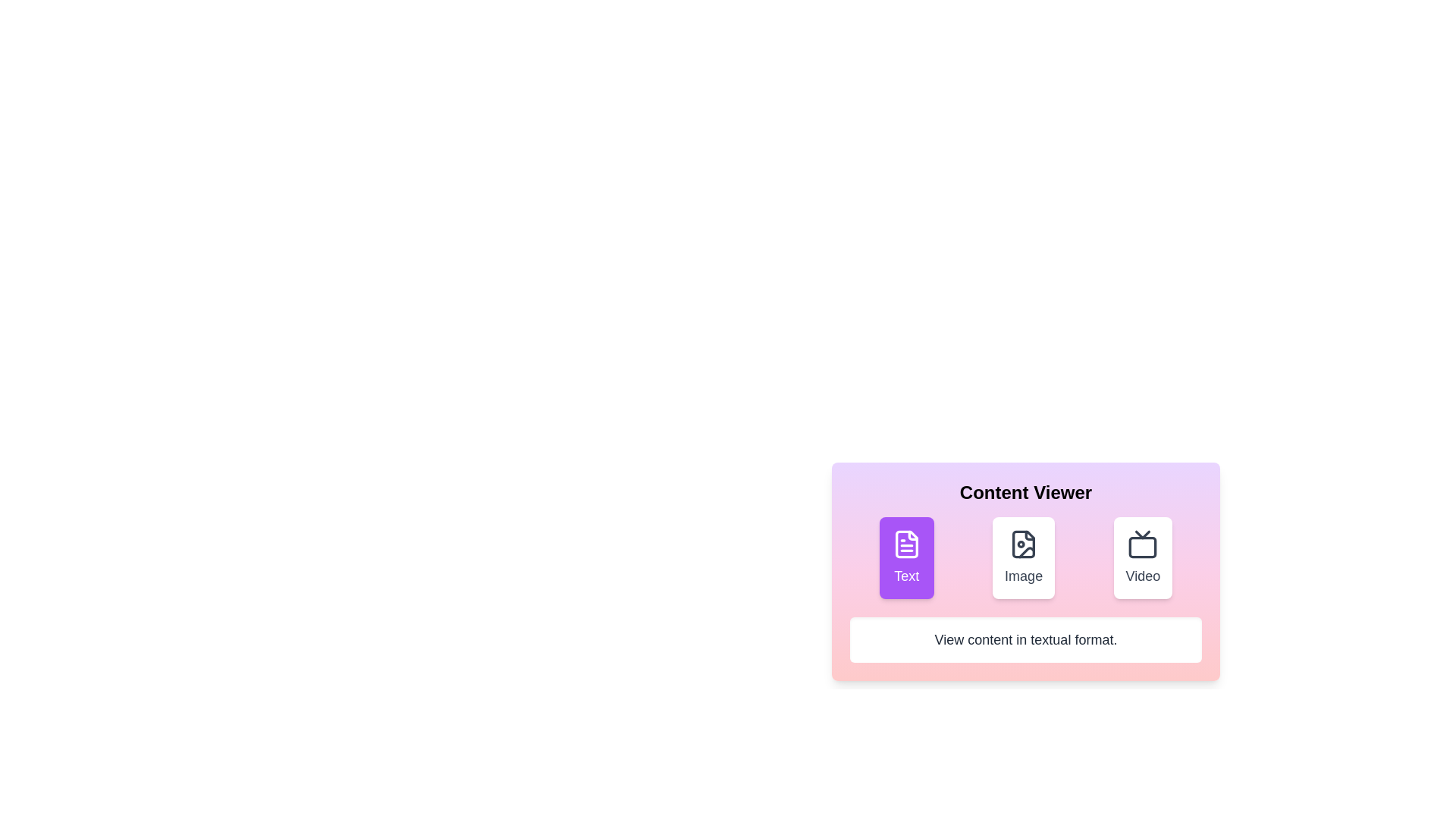 This screenshot has width=1456, height=819. What do you see at coordinates (1024, 558) in the screenshot?
I see `the display mode by clicking on the corresponding button for Image` at bounding box center [1024, 558].